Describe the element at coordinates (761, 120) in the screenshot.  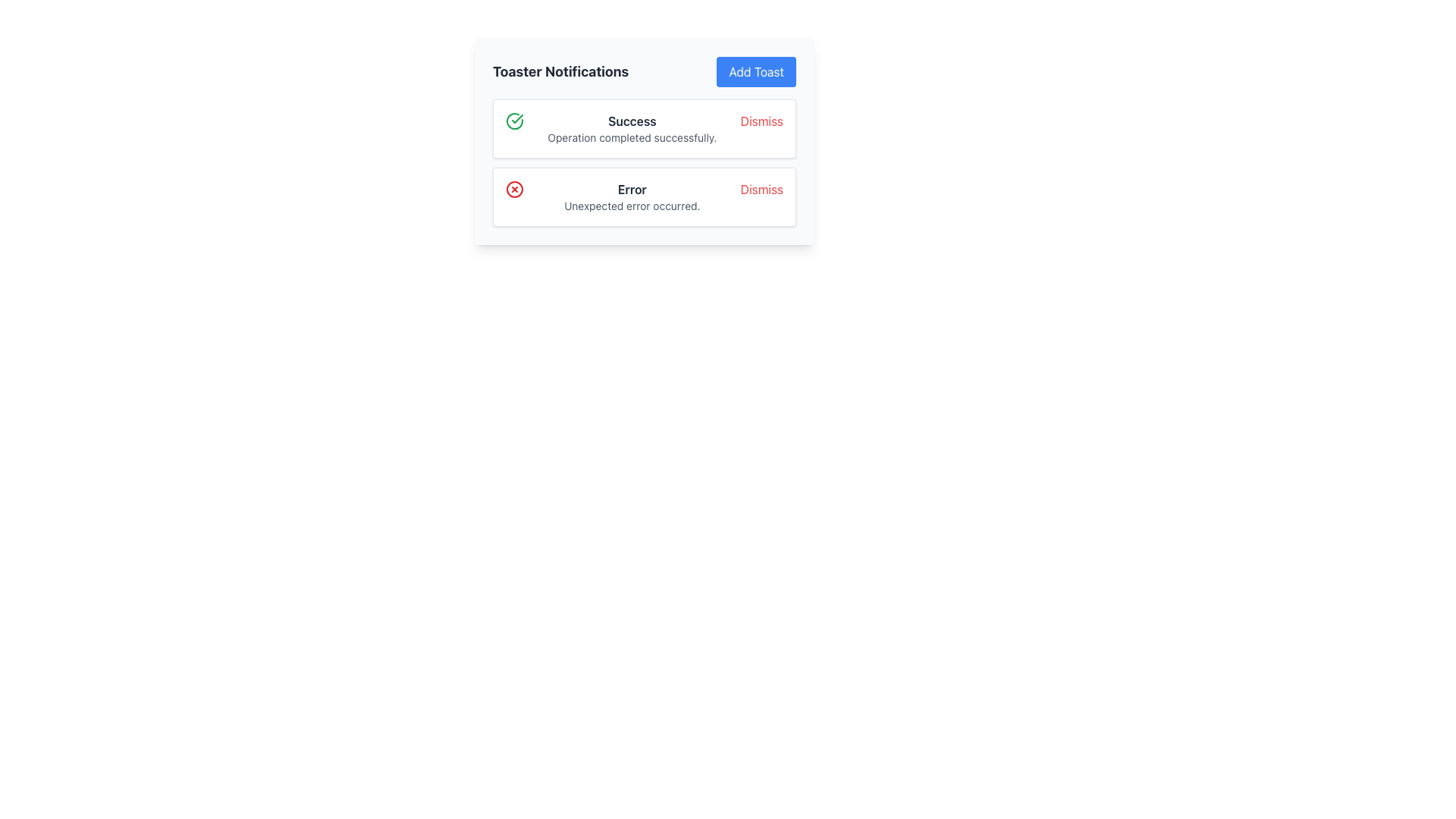
I see `the 'Dismiss' button, which is a red text label located at the top-right corner of the success notification, to observe its style change` at that location.